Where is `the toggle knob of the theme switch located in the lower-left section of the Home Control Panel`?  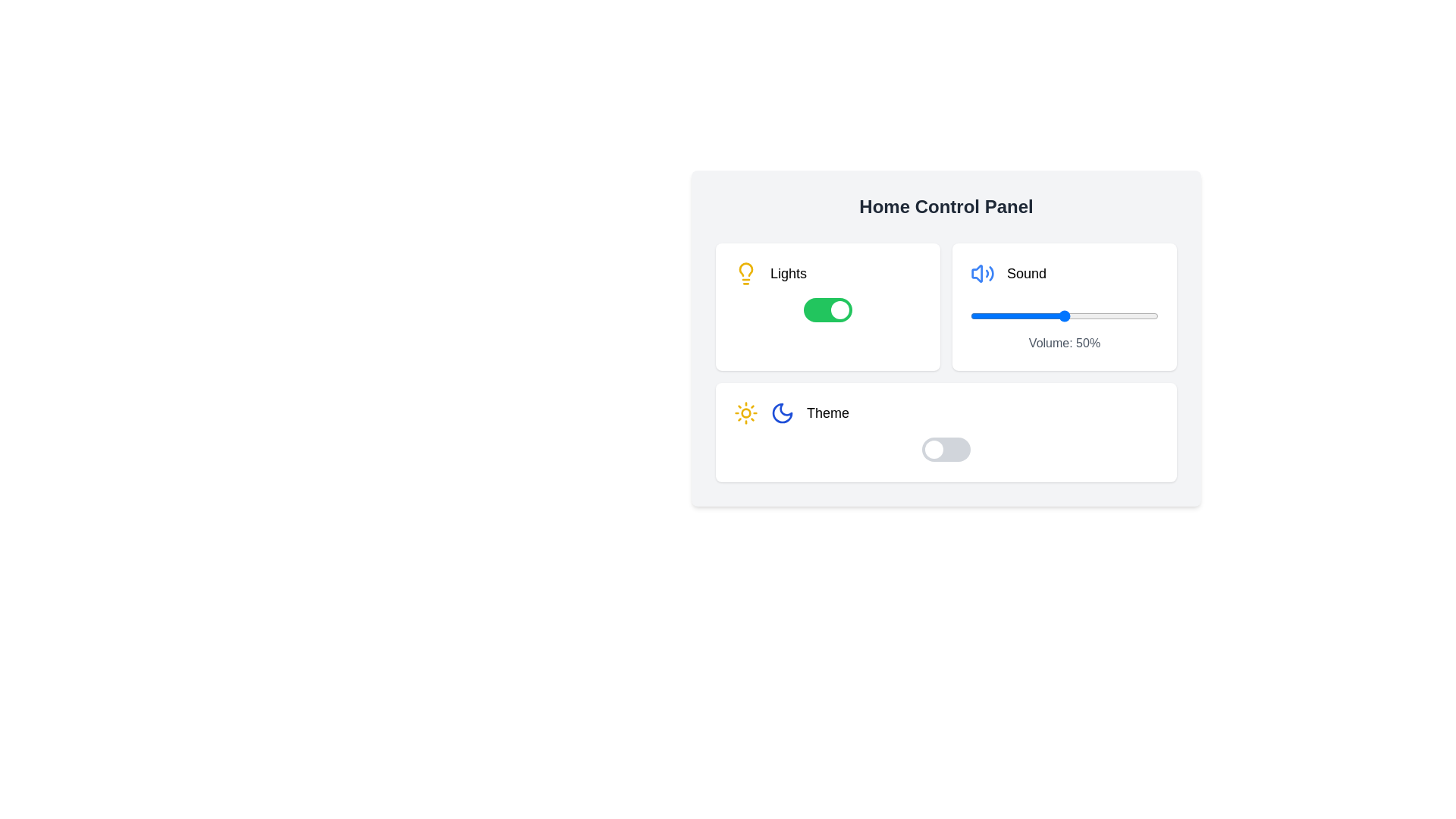
the toggle knob of the theme switch located in the lower-left section of the Home Control Panel is located at coordinates (946, 449).